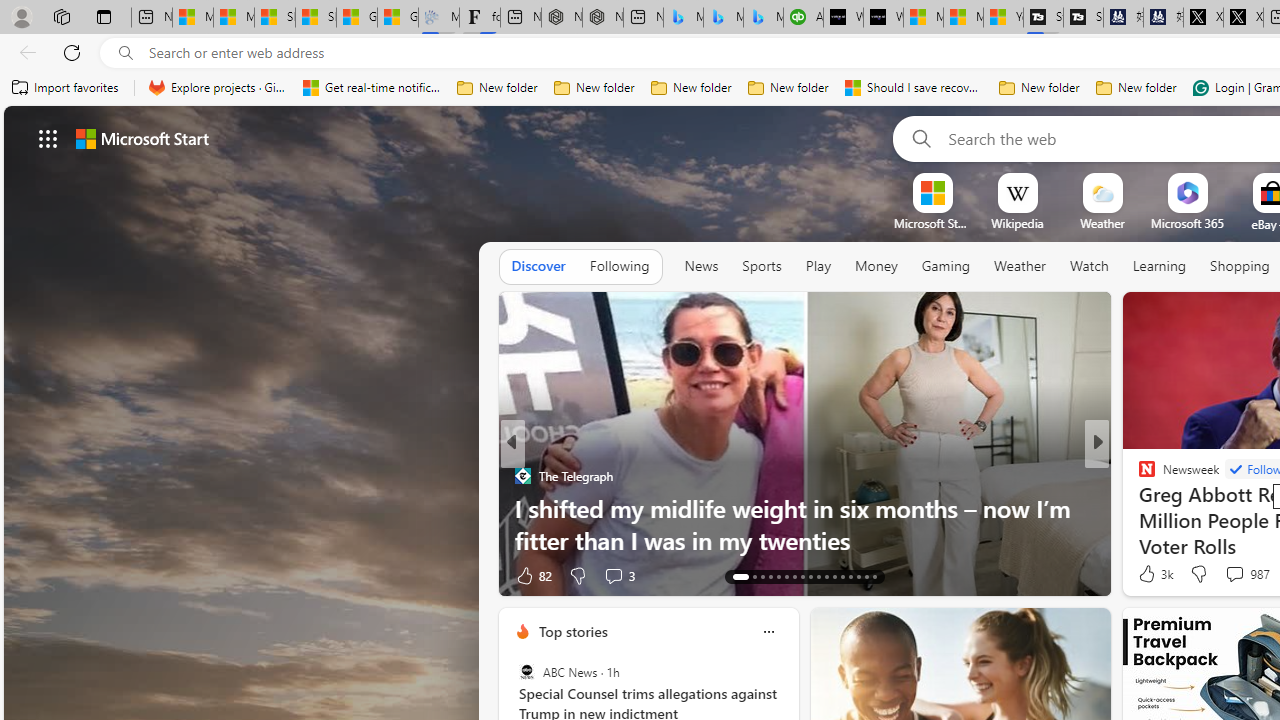 Image resolution: width=1280 pixels, height=720 pixels. What do you see at coordinates (526, 672) in the screenshot?
I see `'ABC News'` at bounding box center [526, 672].